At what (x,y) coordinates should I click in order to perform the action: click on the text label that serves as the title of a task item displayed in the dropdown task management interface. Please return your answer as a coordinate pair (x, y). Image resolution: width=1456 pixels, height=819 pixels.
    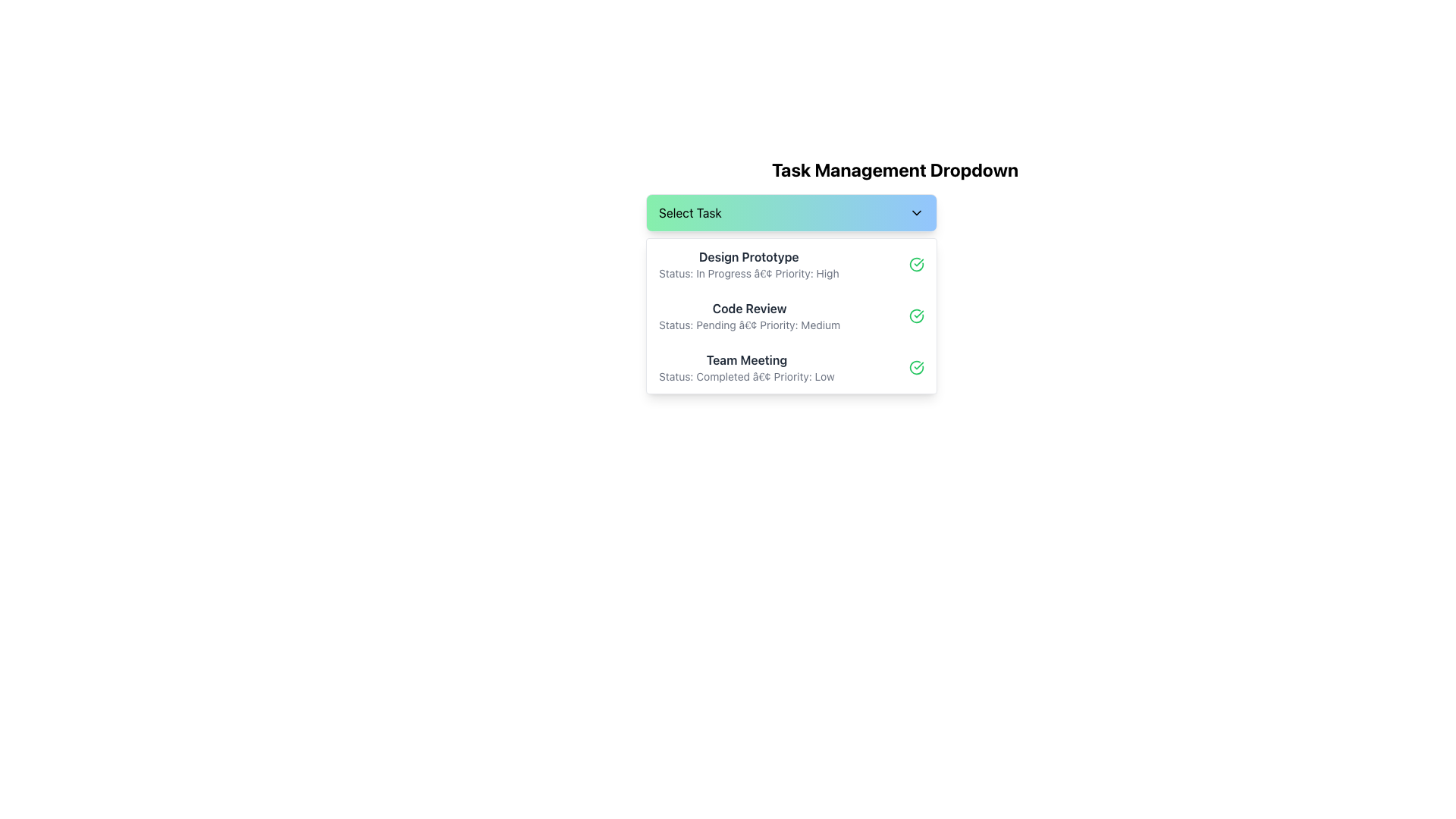
    Looking at the image, I should click on (748, 256).